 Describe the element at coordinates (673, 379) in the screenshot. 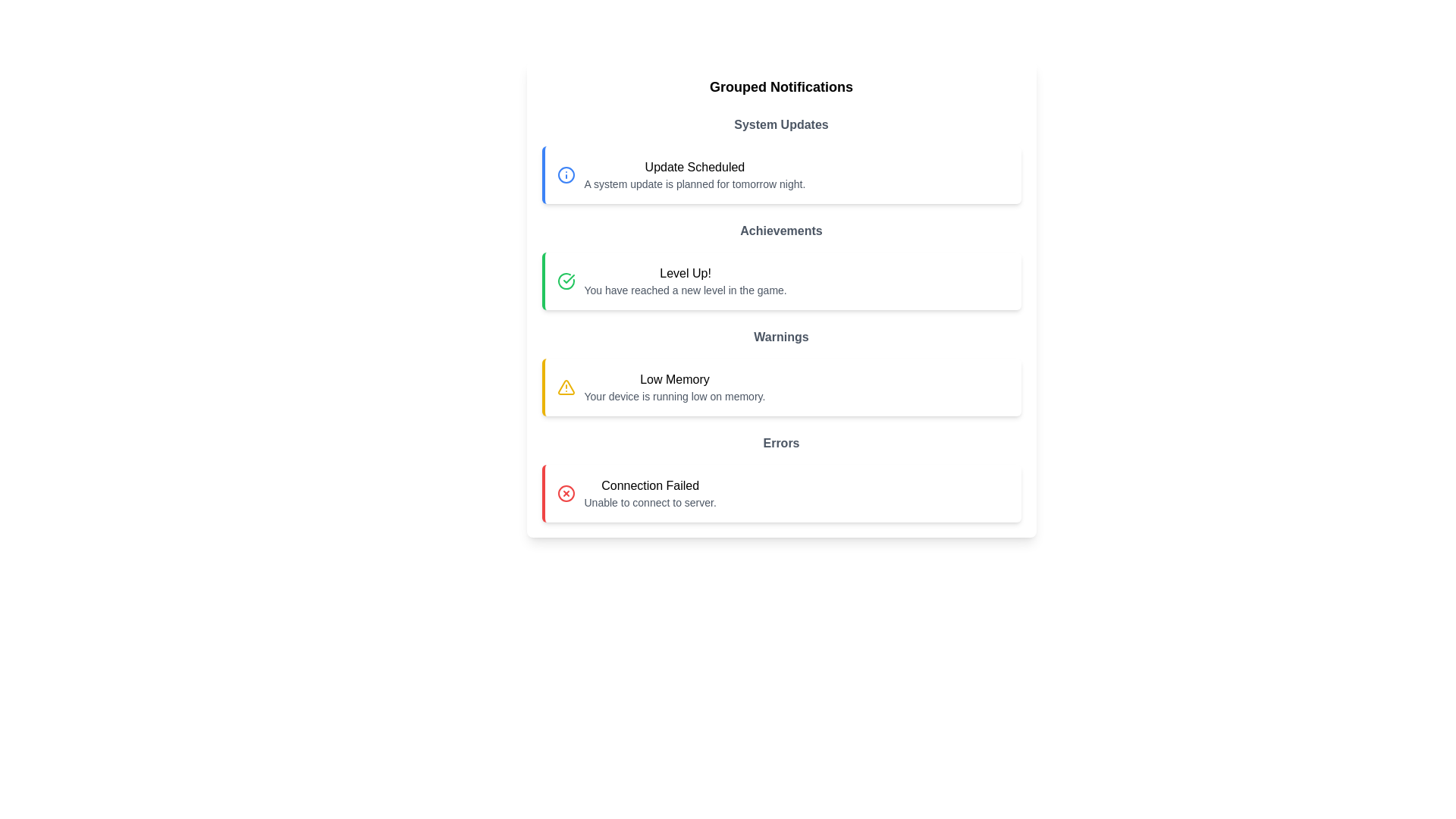

I see `the 'Low Memory' warning title text label located in the 'Warnings' section of the notifications interface` at that location.